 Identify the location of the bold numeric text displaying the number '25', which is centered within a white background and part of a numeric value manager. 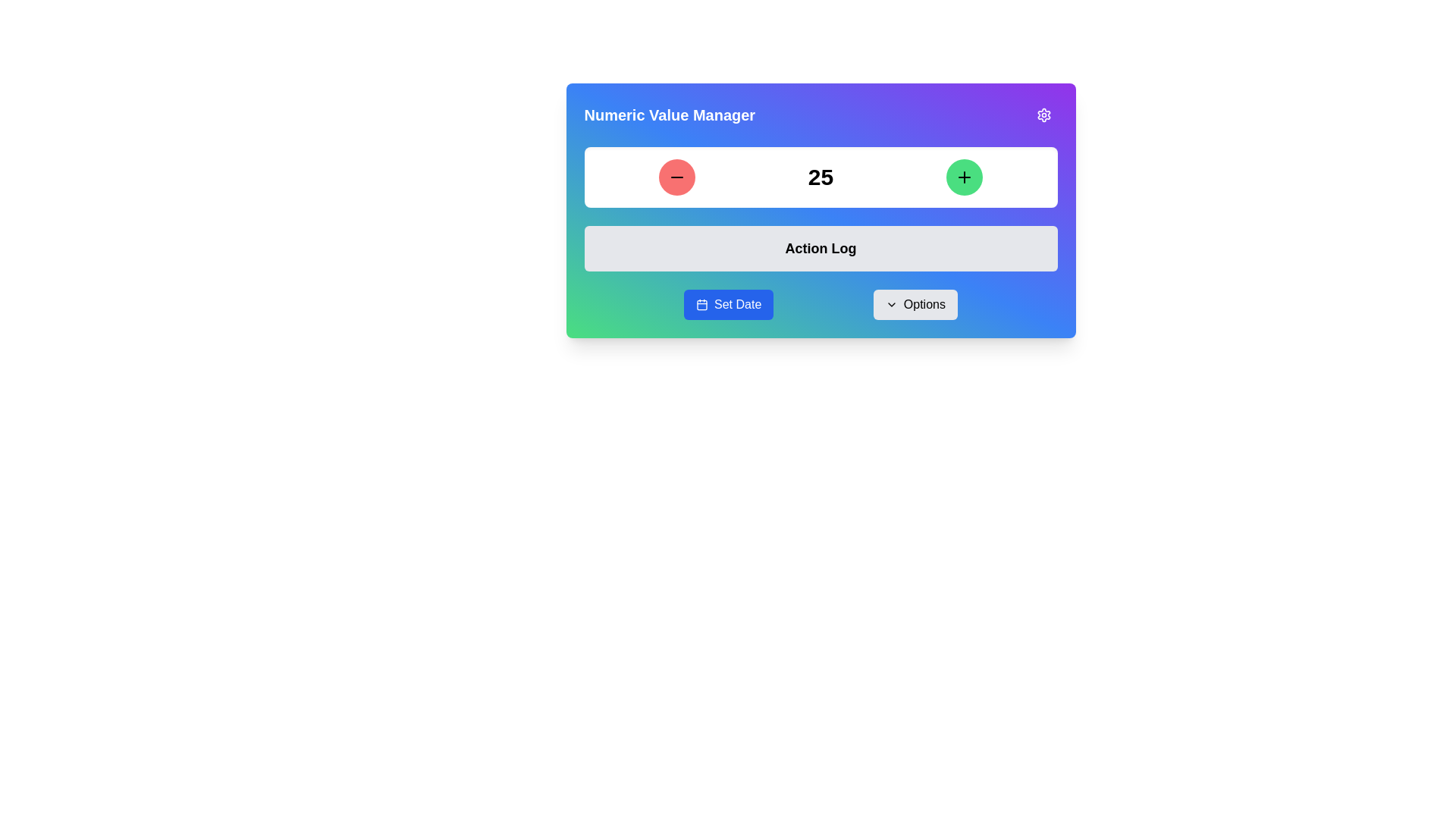
(820, 177).